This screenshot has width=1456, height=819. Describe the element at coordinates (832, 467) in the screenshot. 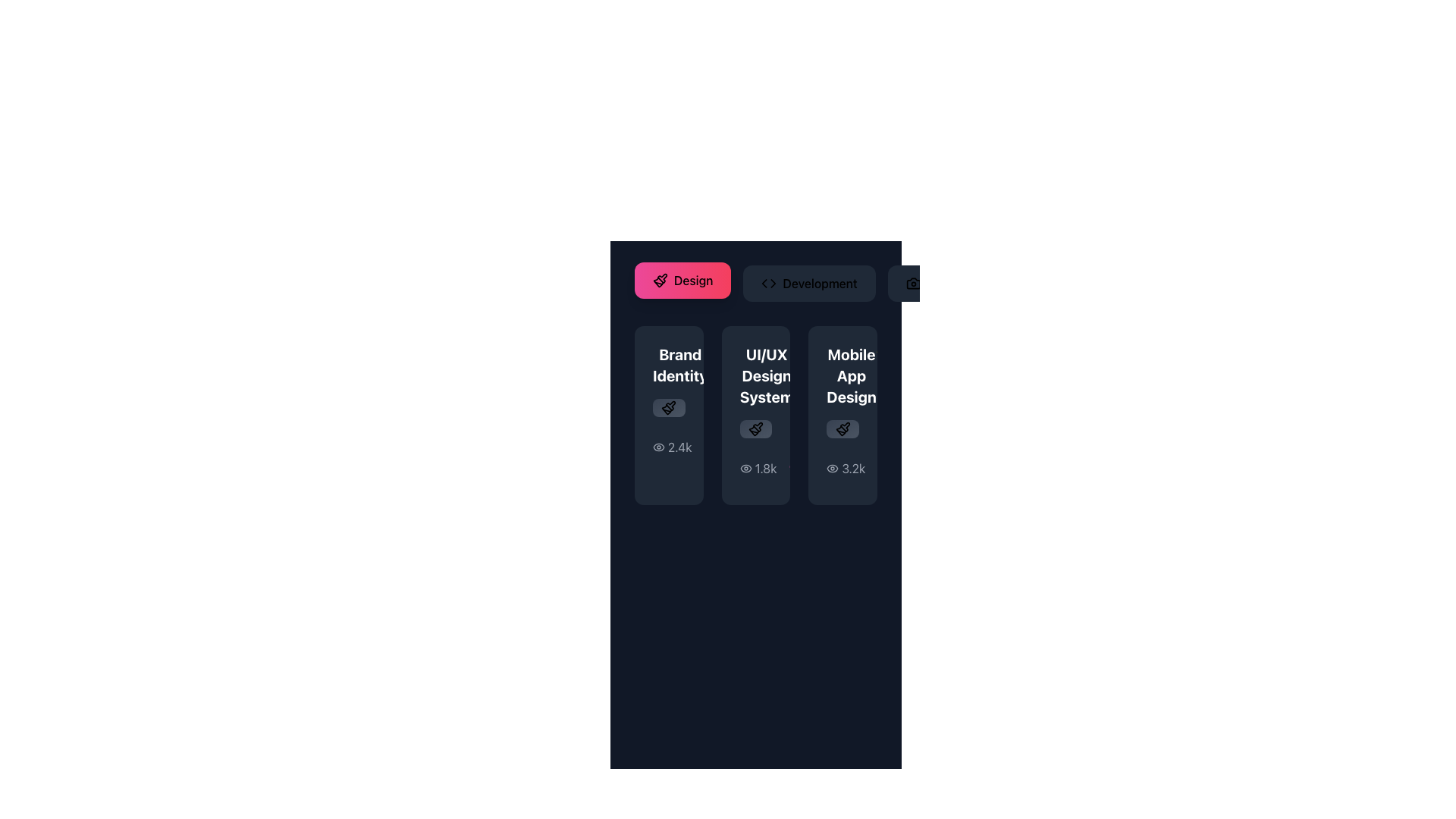

I see `eye-shaped icon representing views in the 'Mobile App Design' section, located to the left of the '3.2k' text` at that location.